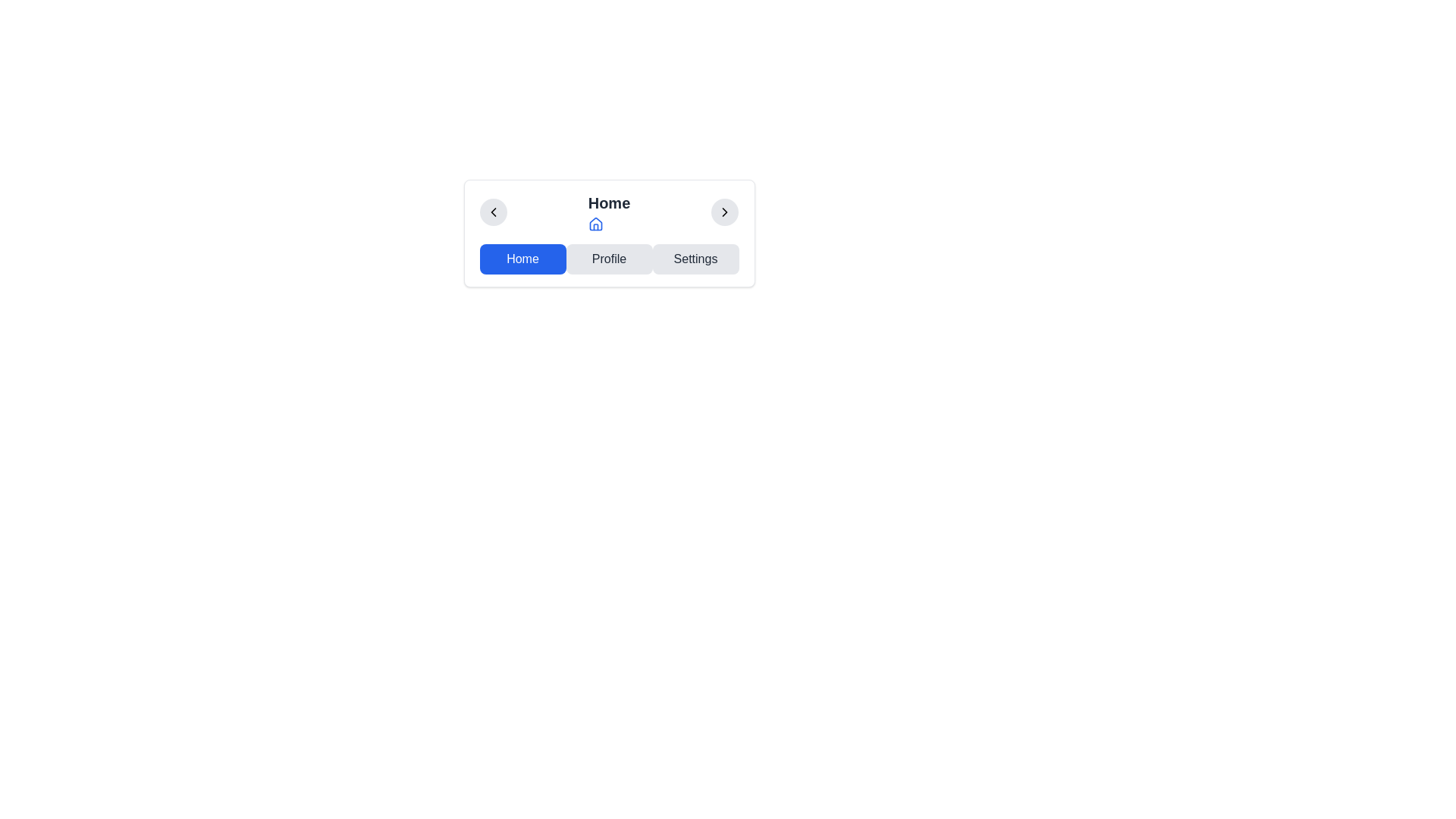 This screenshot has width=1456, height=819. I want to click on the text label at the top-center of the navigation interface to associate it with its role as a label, so click(609, 202).